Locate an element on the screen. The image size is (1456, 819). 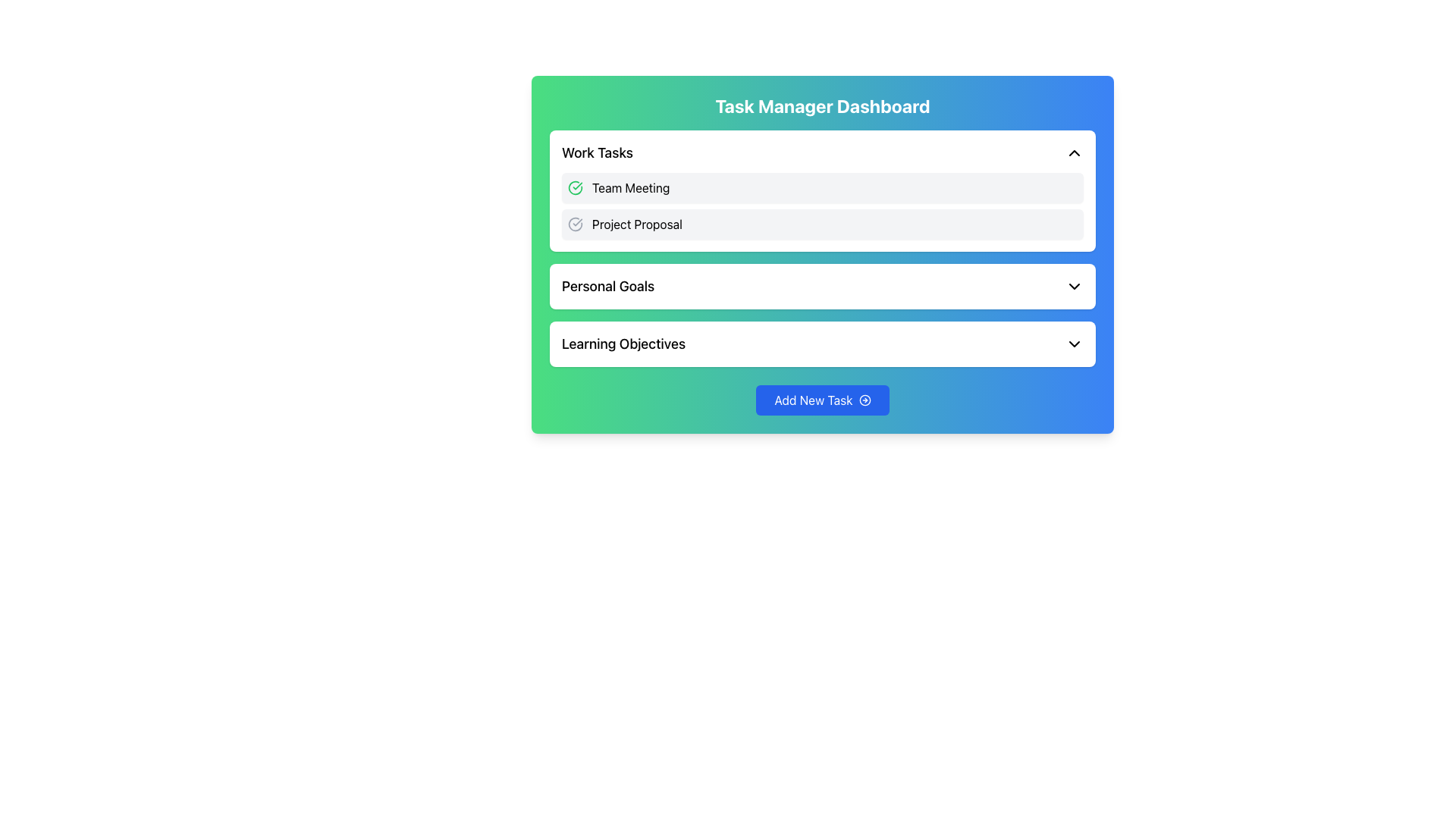
the black upward-facing chevron icon located on the far right of the 'Work Tasks' header is located at coordinates (1073, 152).